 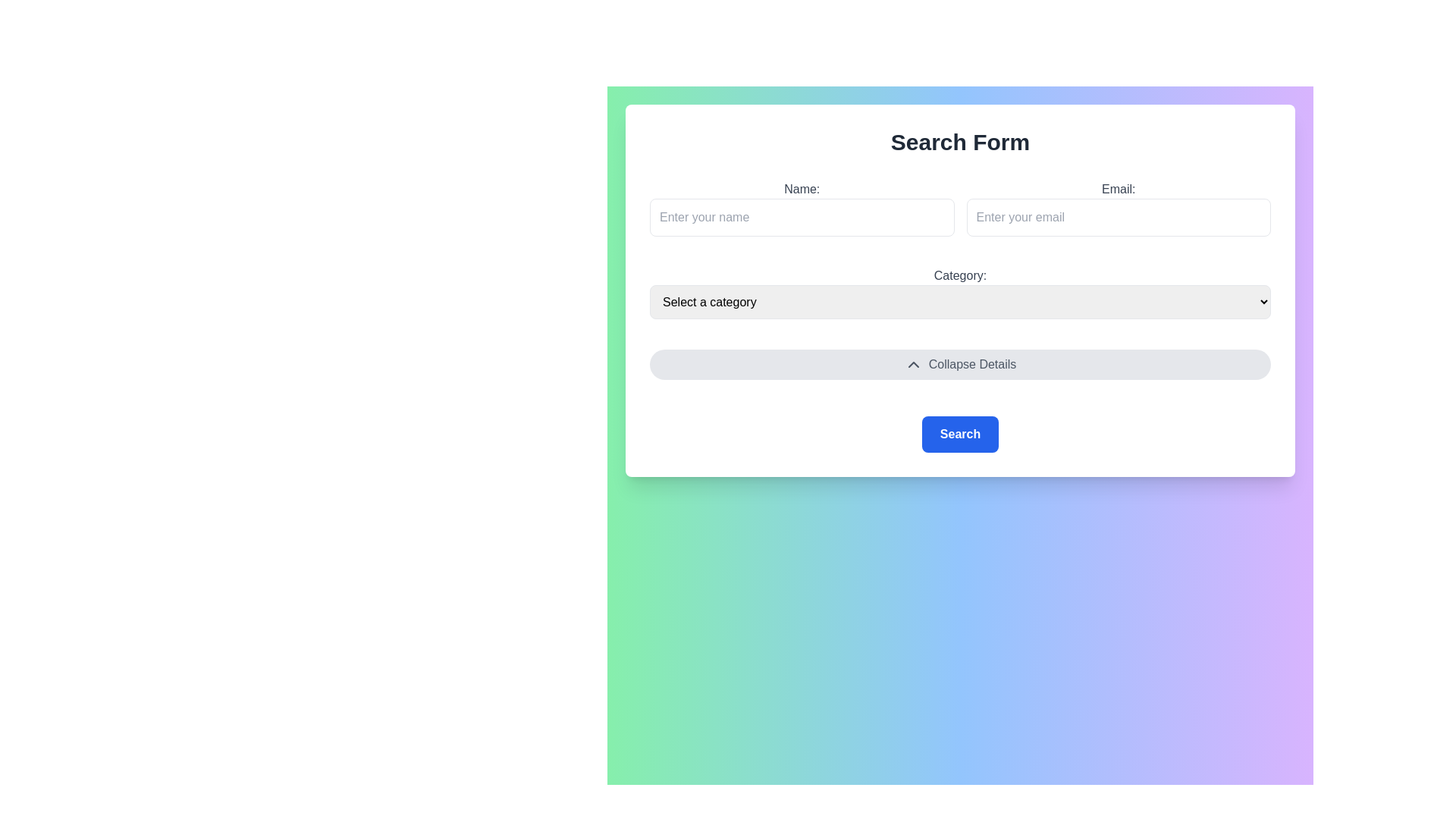 I want to click on the downwards-pointing chevron SVG icon within the 'Collapse Details' button, so click(x=912, y=365).